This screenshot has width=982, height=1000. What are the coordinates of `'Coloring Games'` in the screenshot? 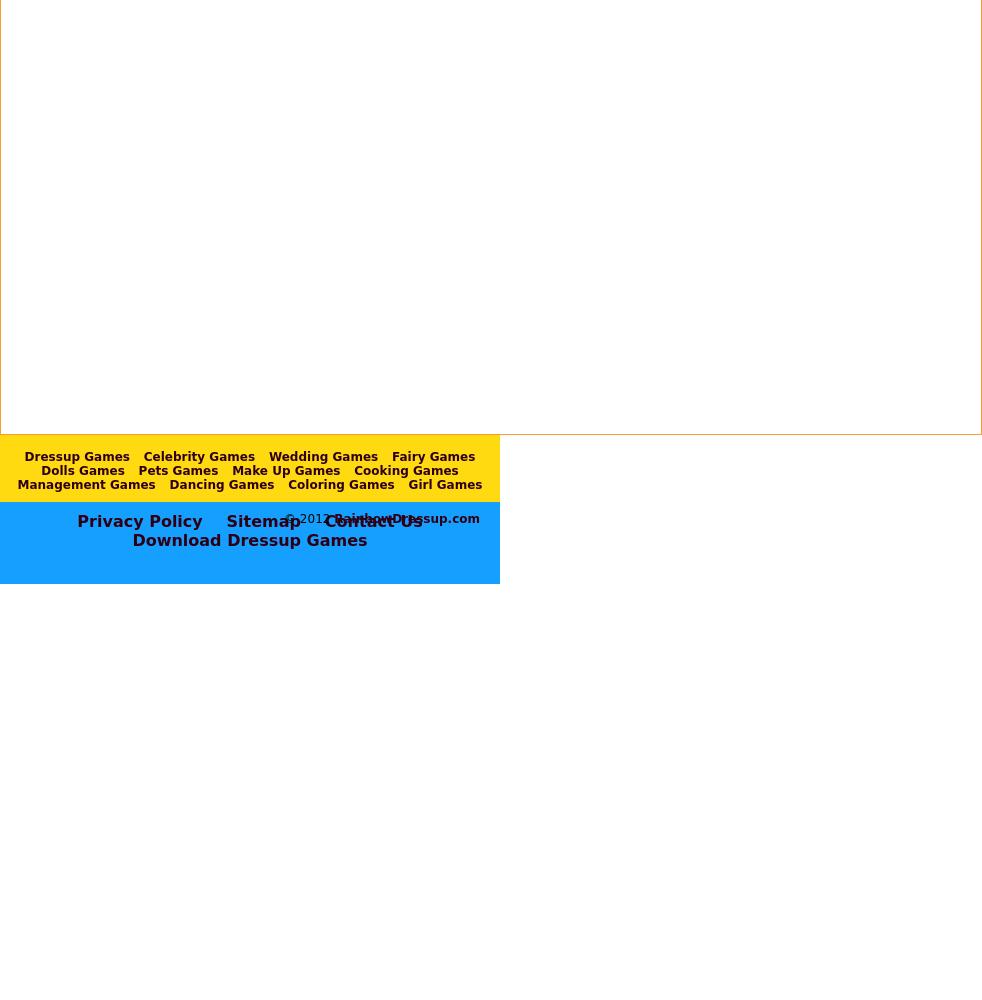 It's located at (341, 483).